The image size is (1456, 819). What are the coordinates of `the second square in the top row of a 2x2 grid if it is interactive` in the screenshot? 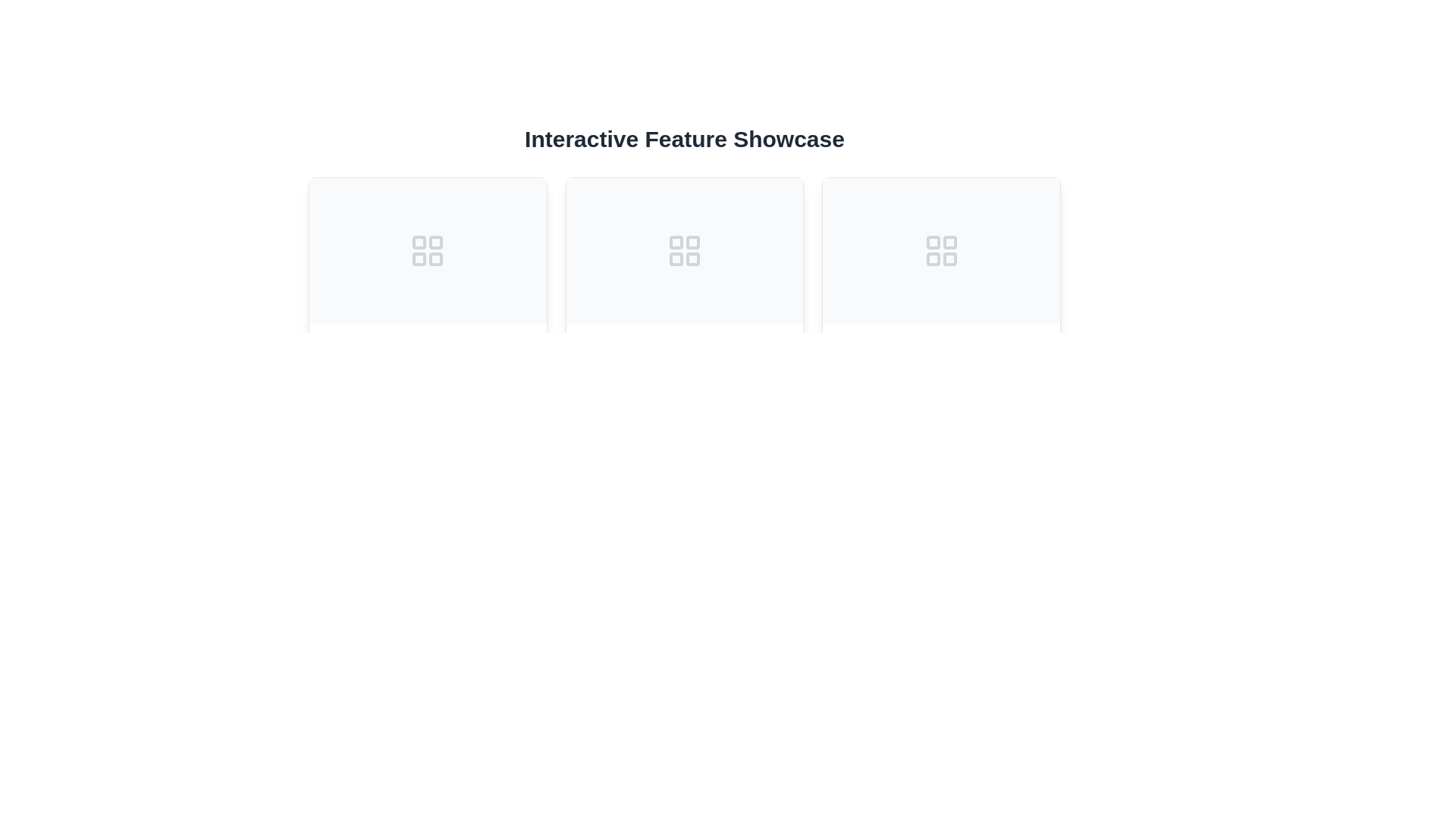 It's located at (949, 242).